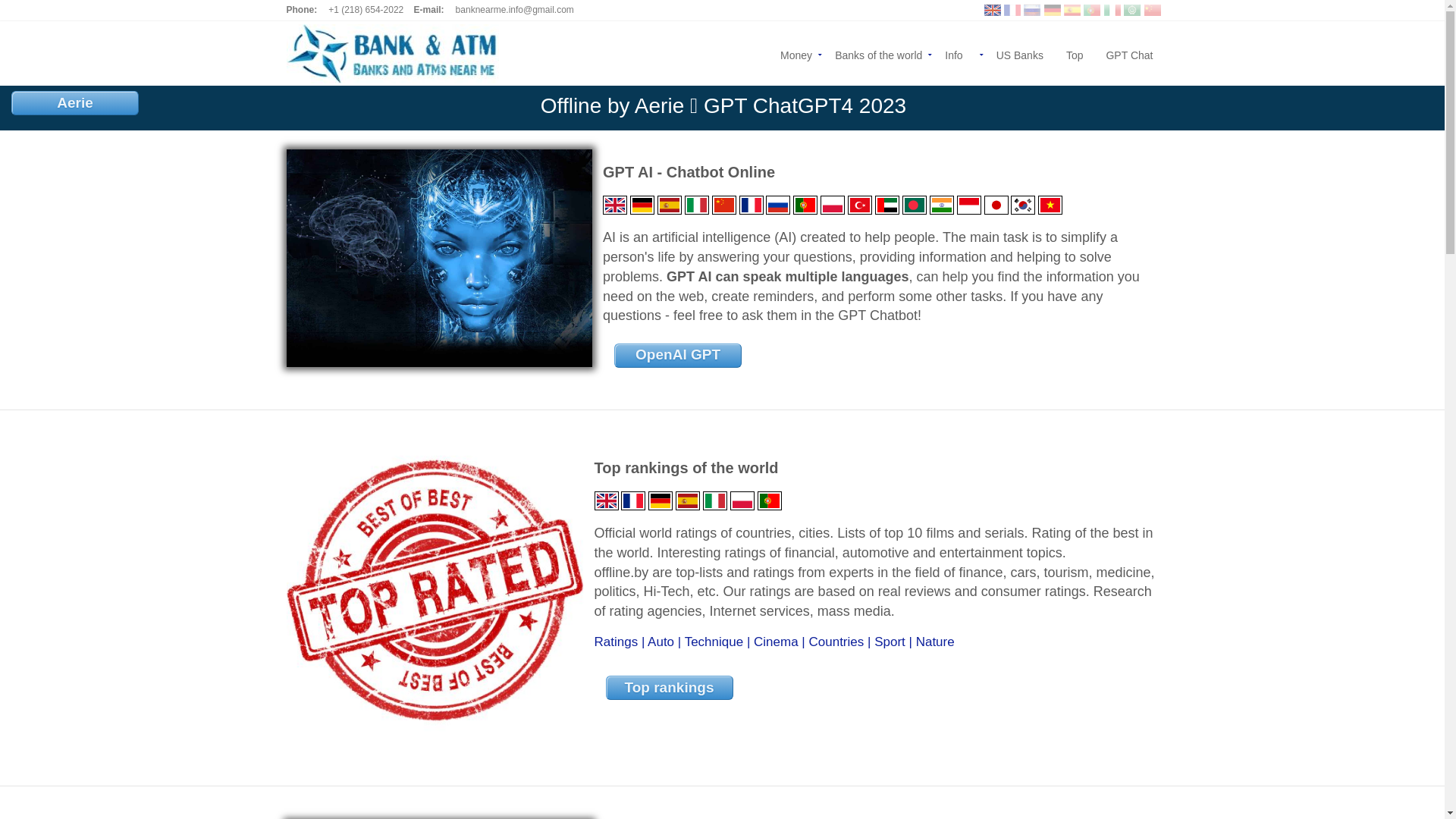 This screenshot has height=819, width=1456. Describe the element at coordinates (327, 9) in the screenshot. I see `'+1 (218) 654-2022'` at that location.